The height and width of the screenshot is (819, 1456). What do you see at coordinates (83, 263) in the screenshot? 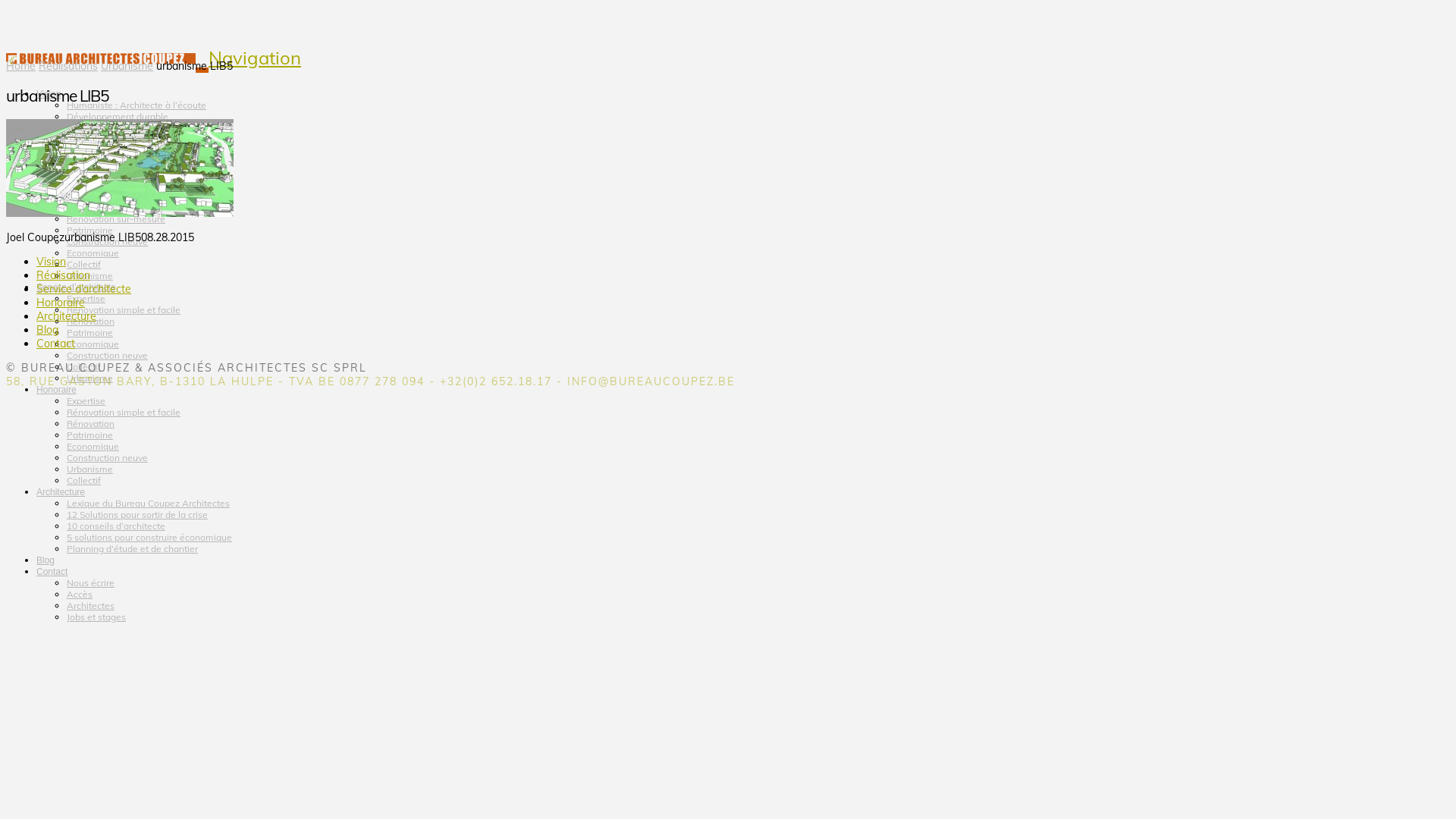
I see `'Collectif'` at bounding box center [83, 263].